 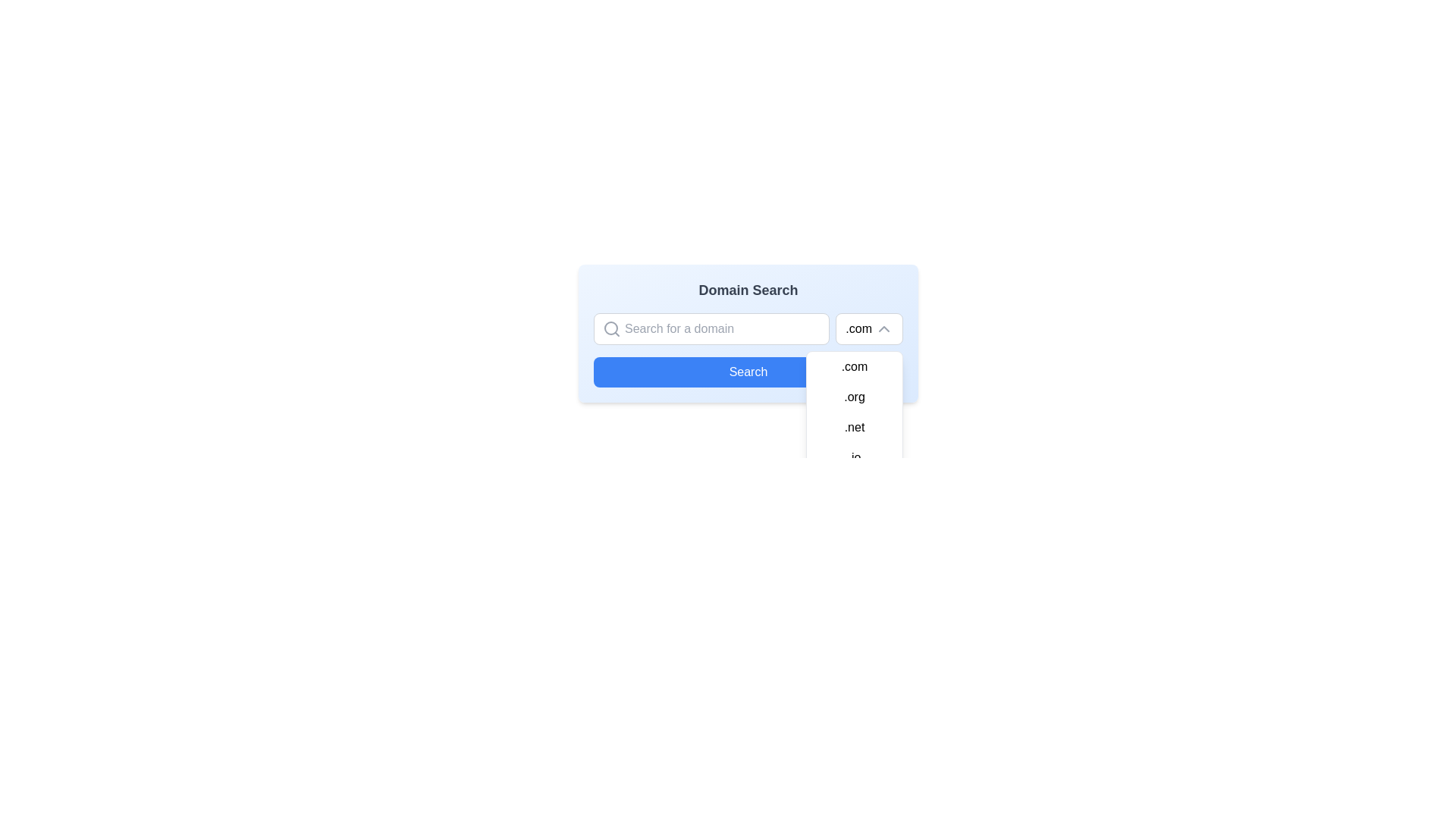 I want to click on the circular element representing the lens of the magnifying glass icon, which is located to the left of the 'Search for a domain' text input field, so click(x=611, y=327).